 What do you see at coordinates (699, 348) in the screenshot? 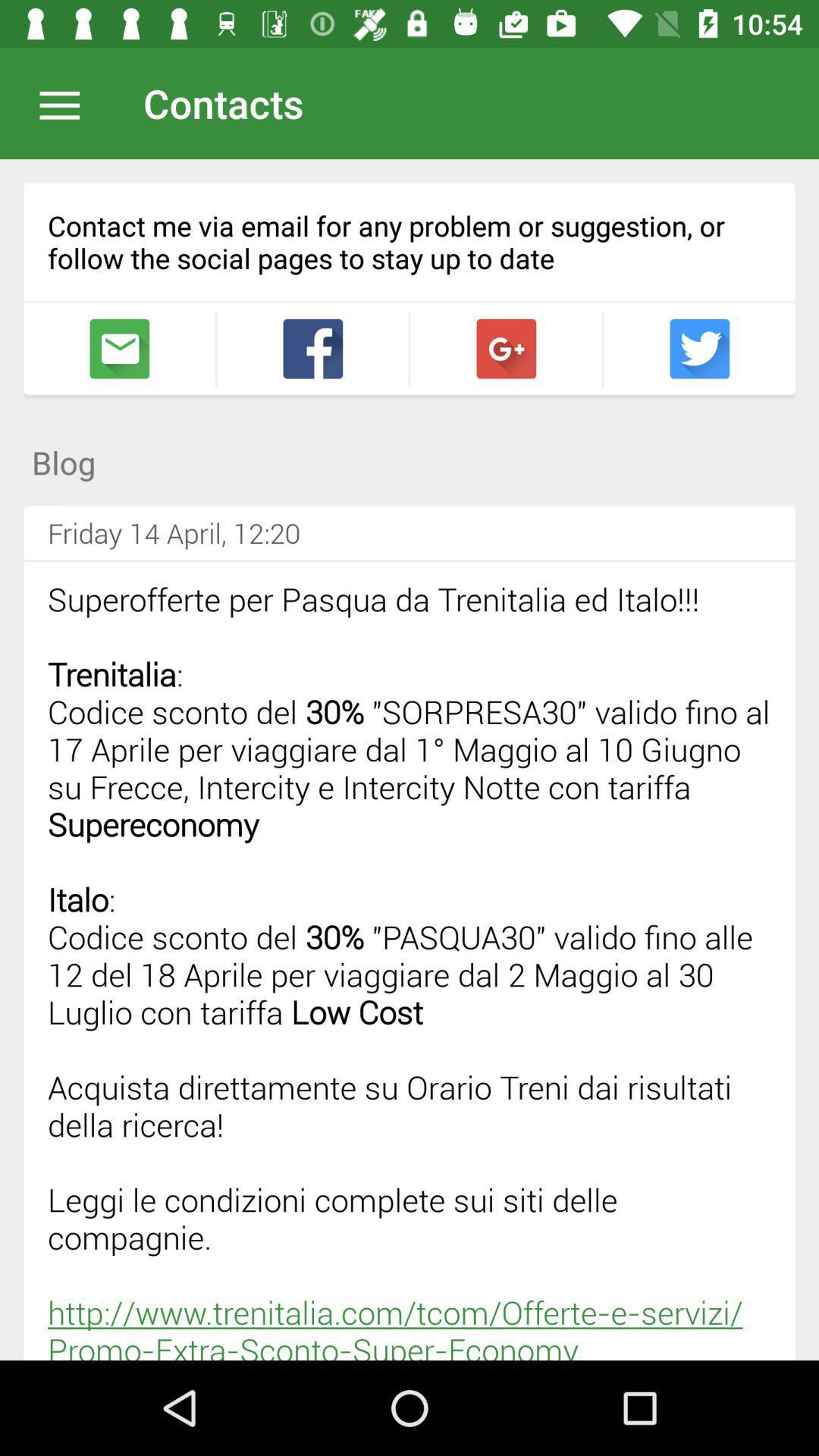
I see `follow on facebook` at bounding box center [699, 348].